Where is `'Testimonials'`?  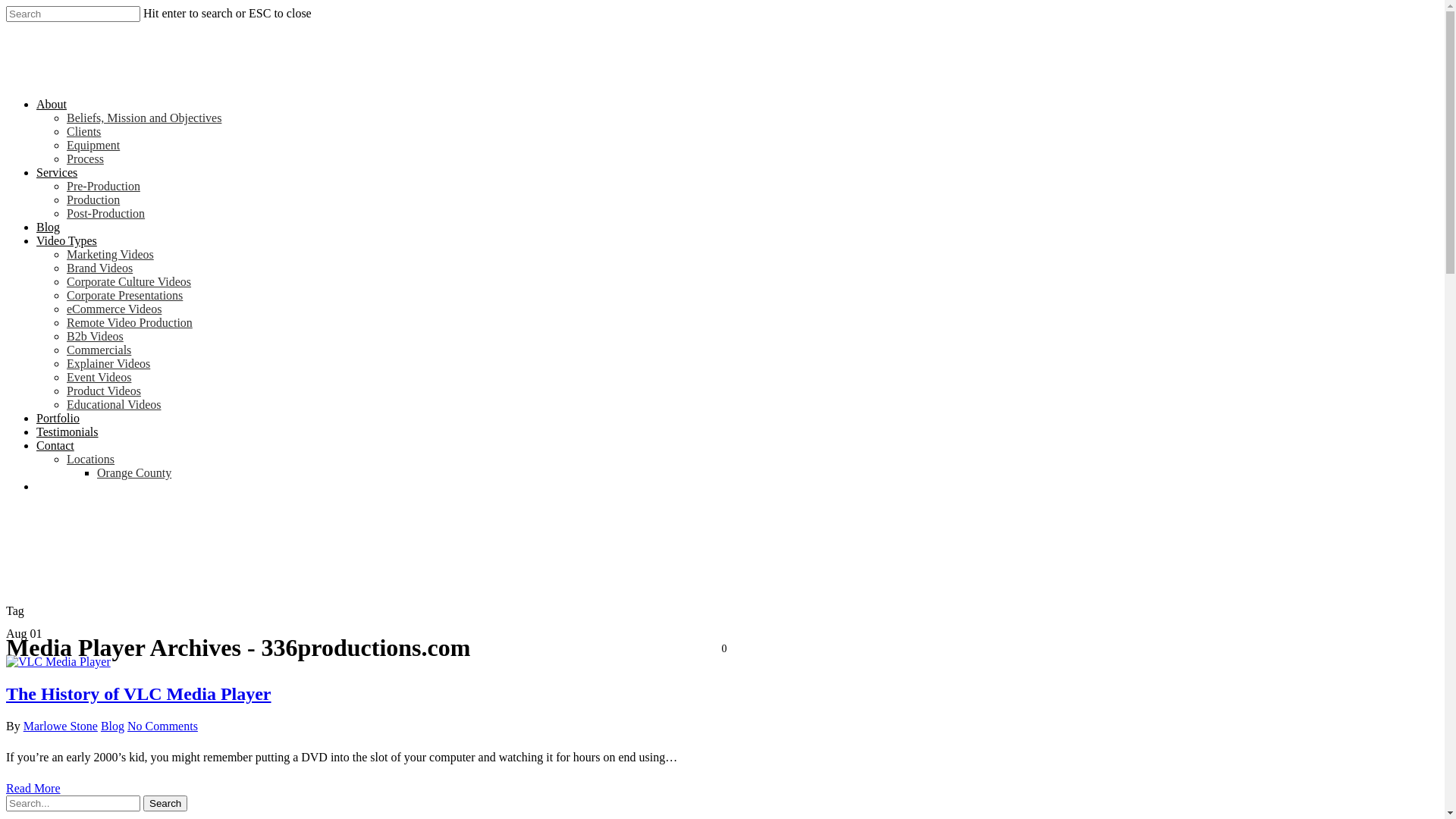
'Testimonials' is located at coordinates (67, 431).